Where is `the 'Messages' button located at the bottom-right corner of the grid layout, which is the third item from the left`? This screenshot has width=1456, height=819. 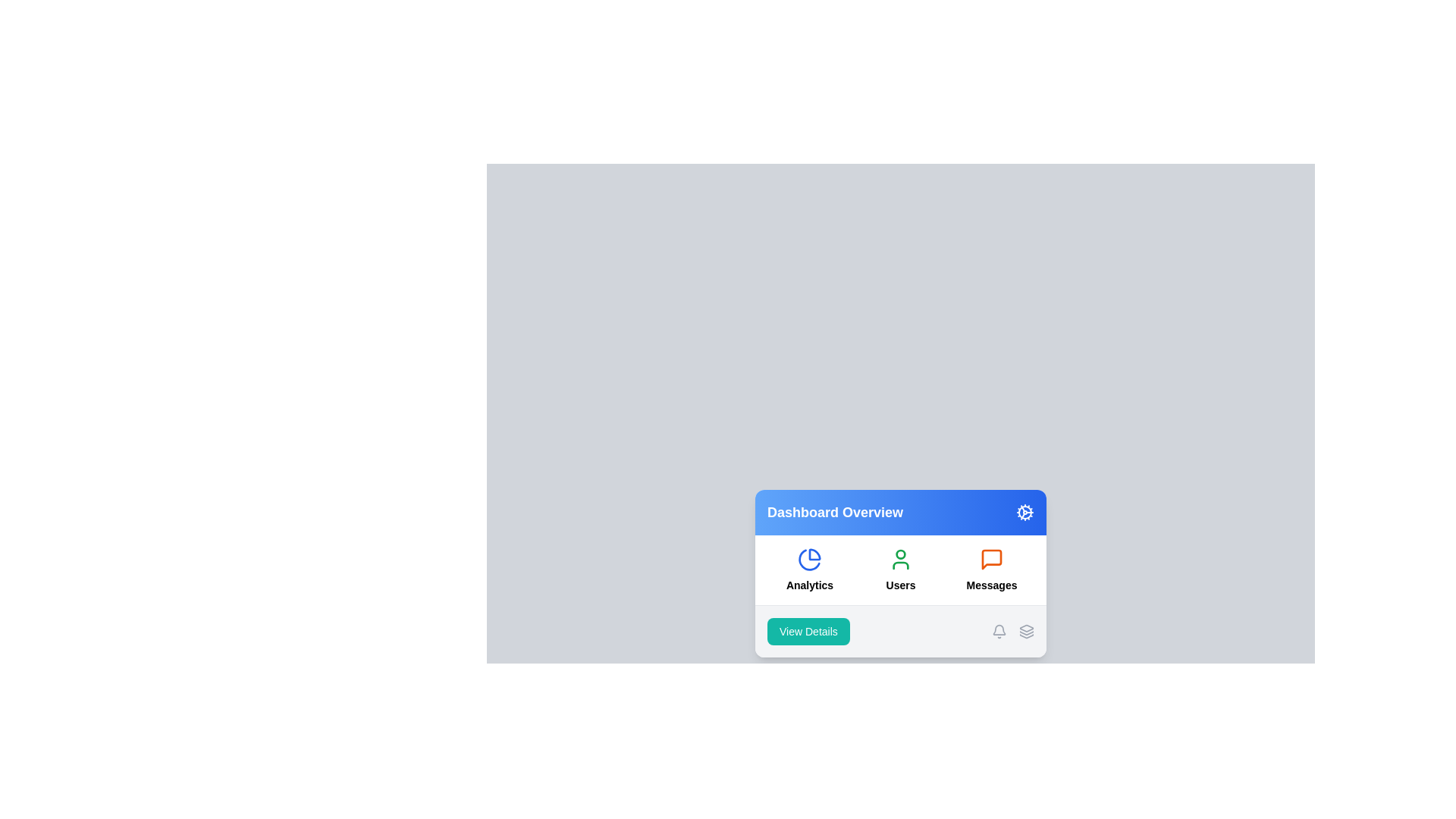 the 'Messages' button located at the bottom-right corner of the grid layout, which is the third item from the left is located at coordinates (992, 570).